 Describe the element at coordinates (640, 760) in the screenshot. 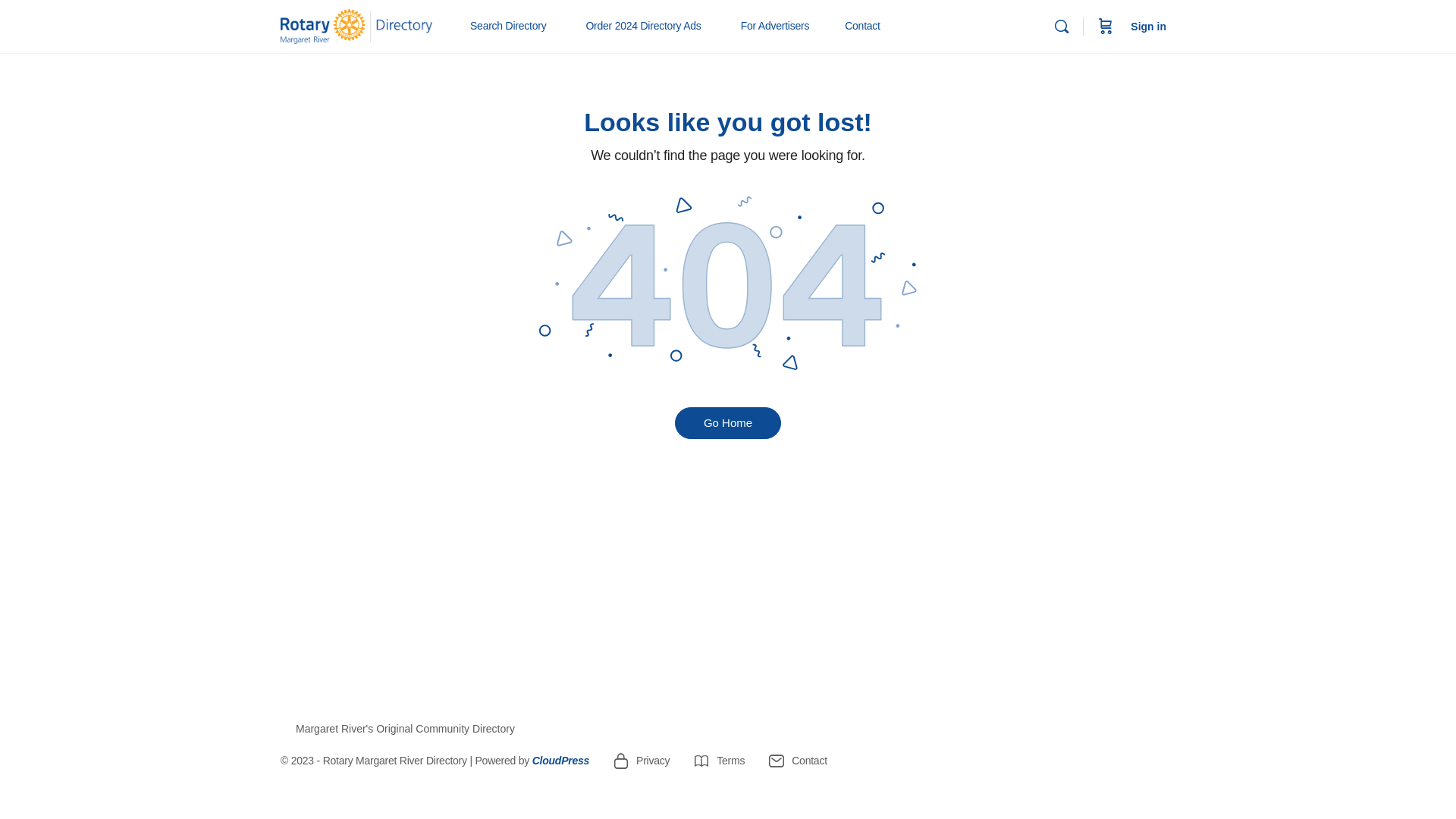

I see `'Privacy'` at that location.